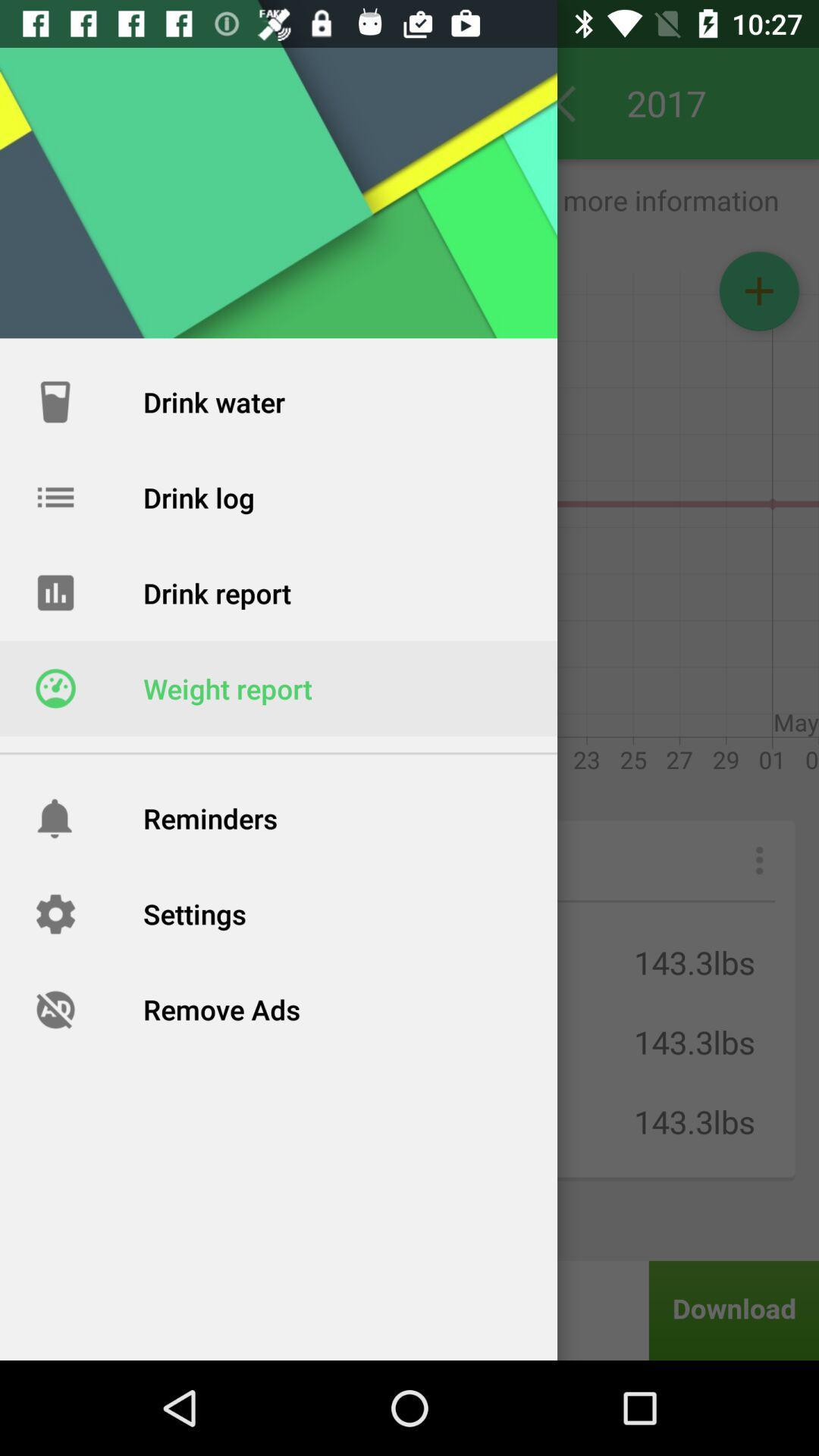 The height and width of the screenshot is (1456, 819). I want to click on the add icon, so click(759, 291).